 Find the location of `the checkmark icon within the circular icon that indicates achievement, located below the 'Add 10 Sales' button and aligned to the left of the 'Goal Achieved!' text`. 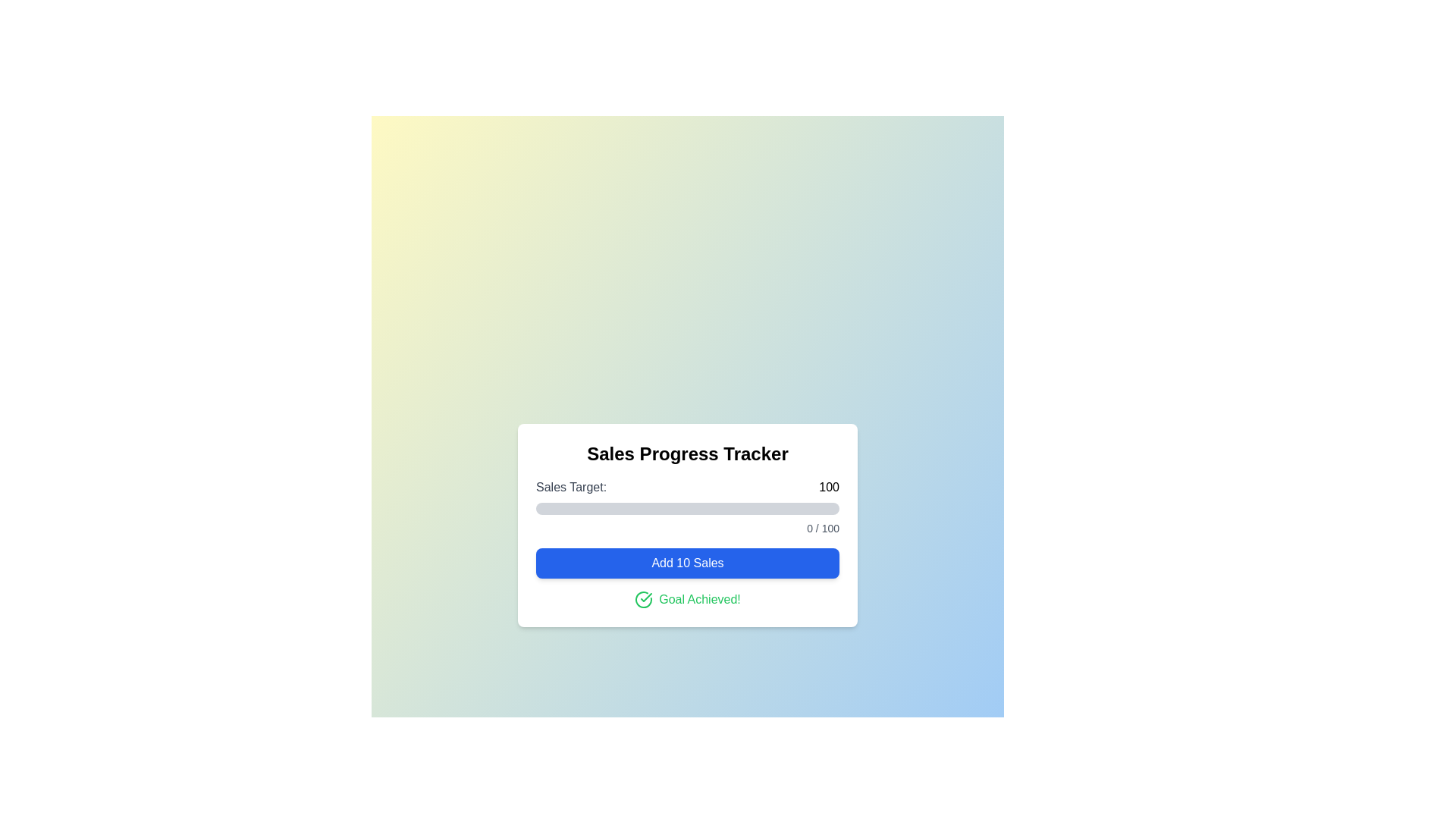

the checkmark icon within the circular icon that indicates achievement, located below the 'Add 10 Sales' button and aligned to the left of the 'Goal Achieved!' text is located at coordinates (646, 596).